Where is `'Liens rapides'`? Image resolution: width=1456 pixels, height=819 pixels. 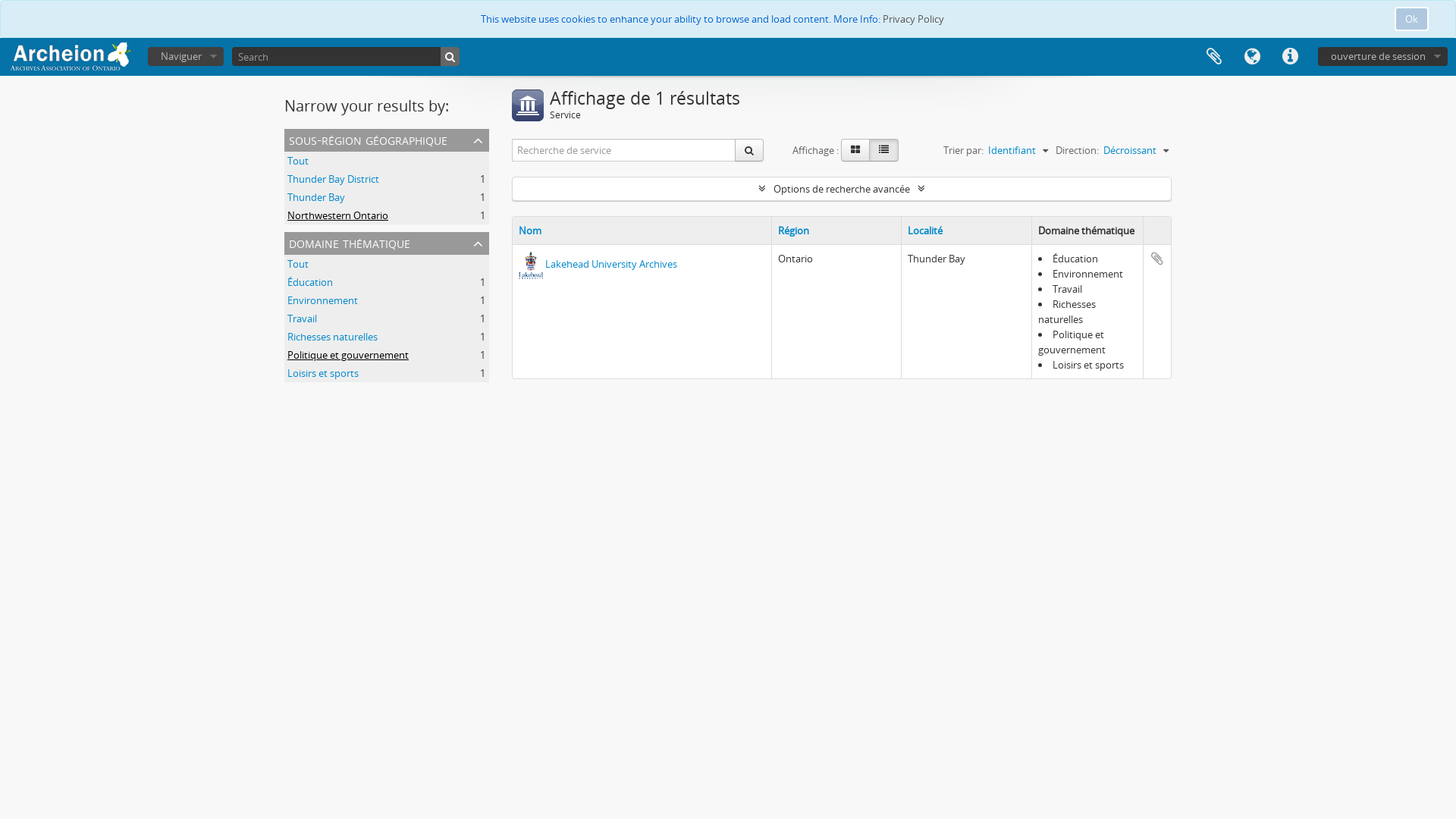
'Liens rapides' is located at coordinates (1270, 55).